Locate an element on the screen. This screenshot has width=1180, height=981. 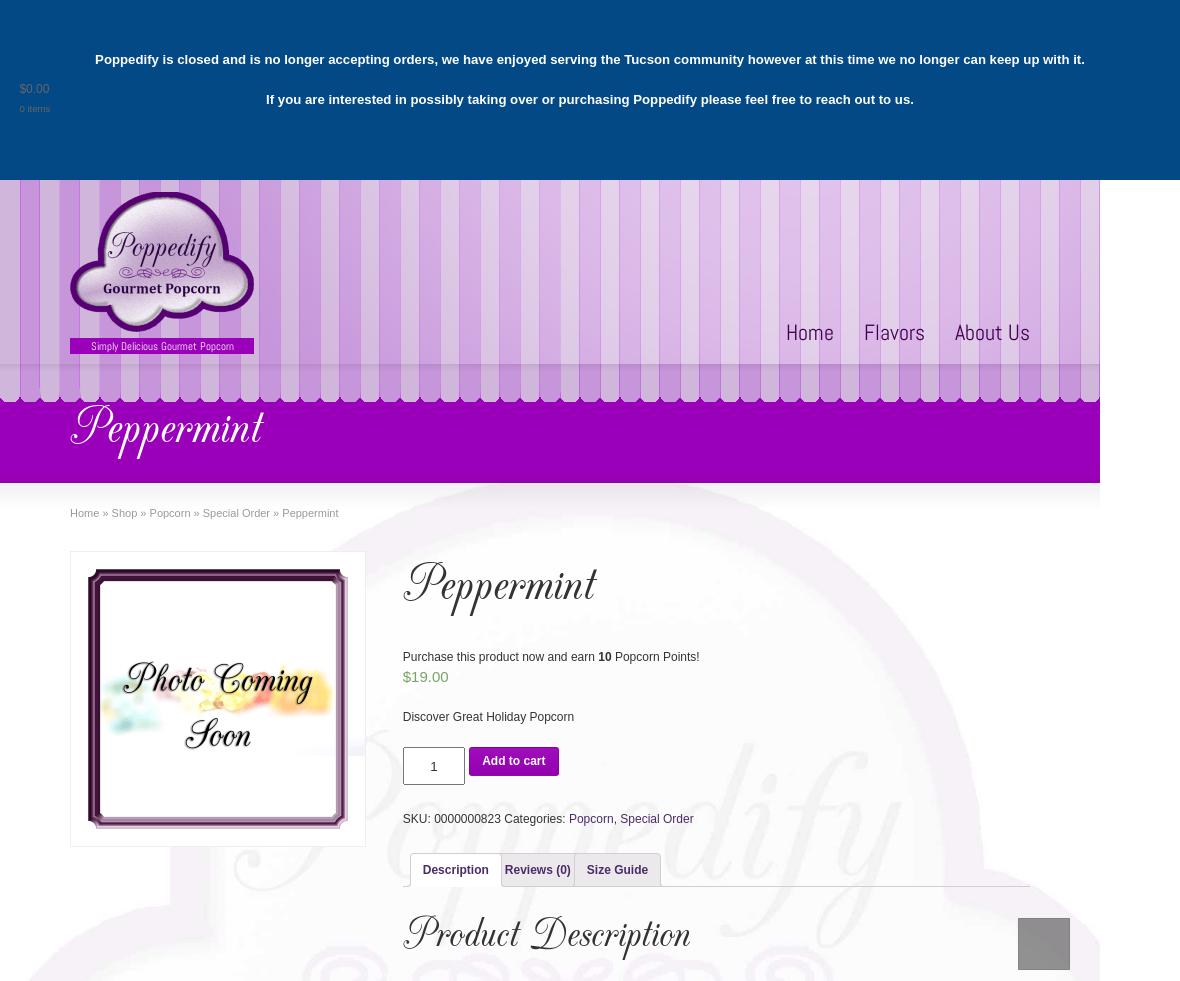
'Discover Great Holiday Popcorn' is located at coordinates (488, 717).